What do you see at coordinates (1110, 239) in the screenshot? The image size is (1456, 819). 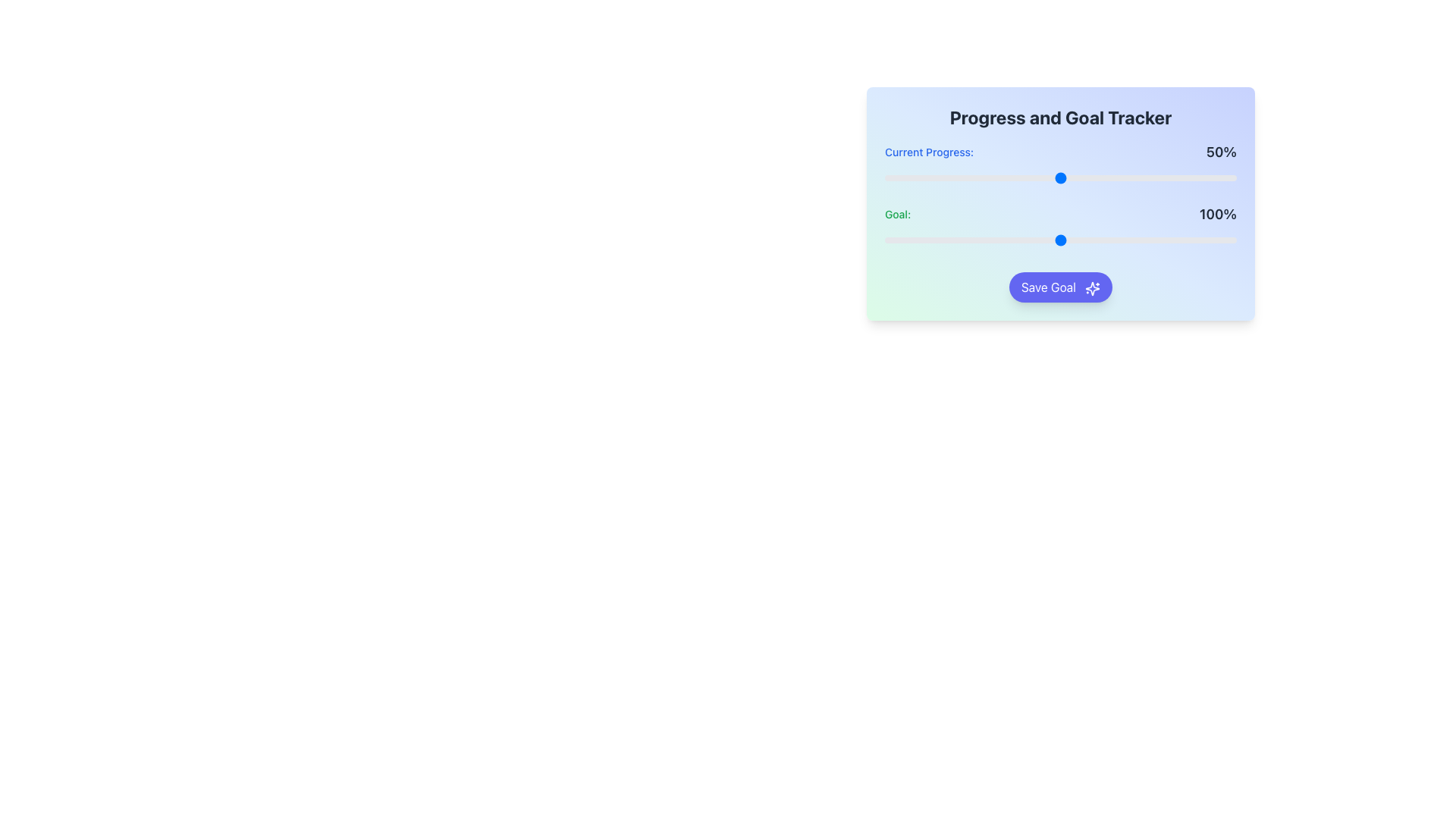 I see `the slider value` at bounding box center [1110, 239].